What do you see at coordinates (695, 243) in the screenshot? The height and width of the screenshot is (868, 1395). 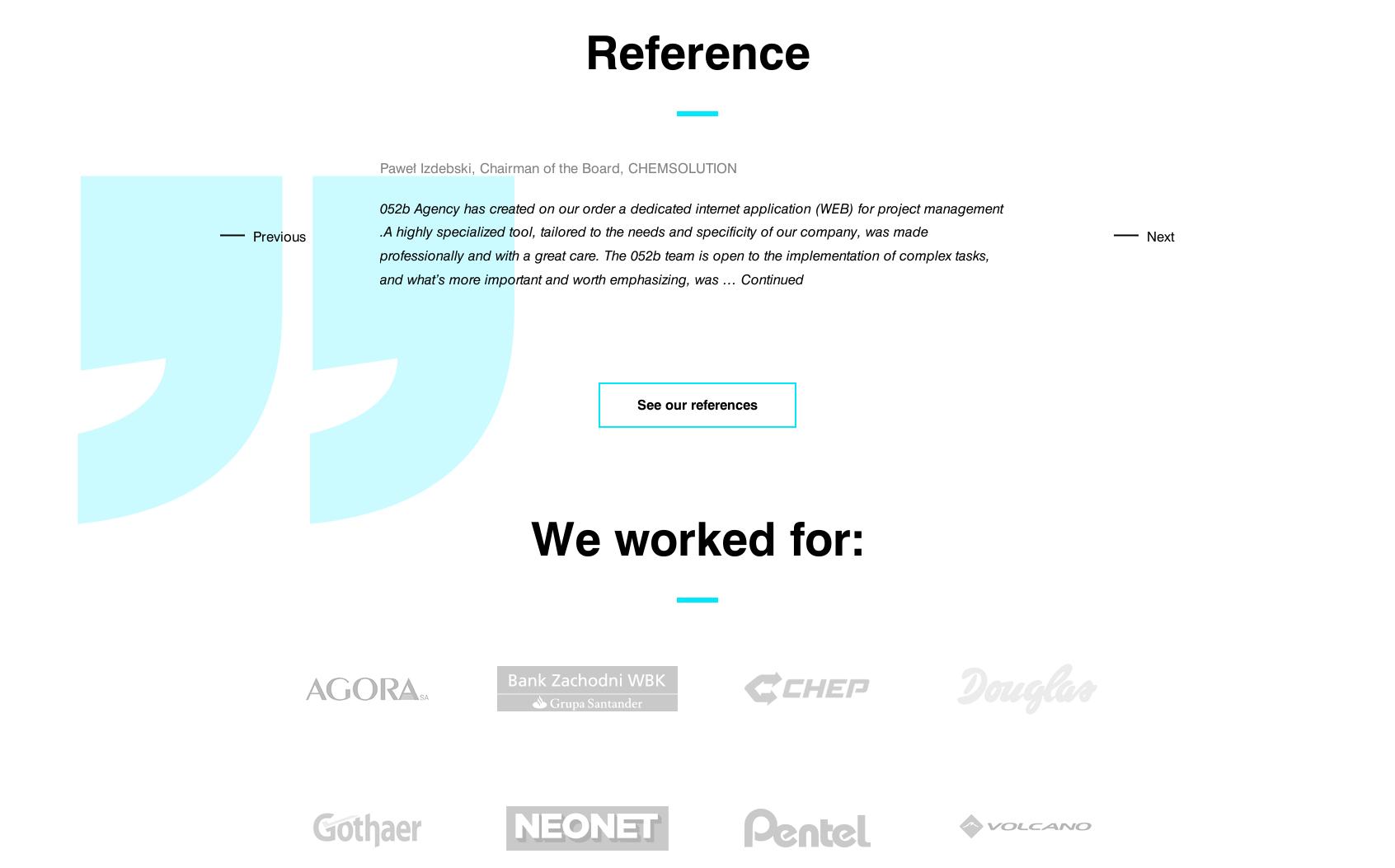 I see `'The Tumult Foundation, organizer of the Camerimage International Film Festival is pleased to inform that in November 2017 the 052B company has once again prepared festival application for mobile devices for us. The application created by 052B developers is compatible with 100% devices on the most popular Android systems and devices on the iOS platform. …'` at bounding box center [695, 243].